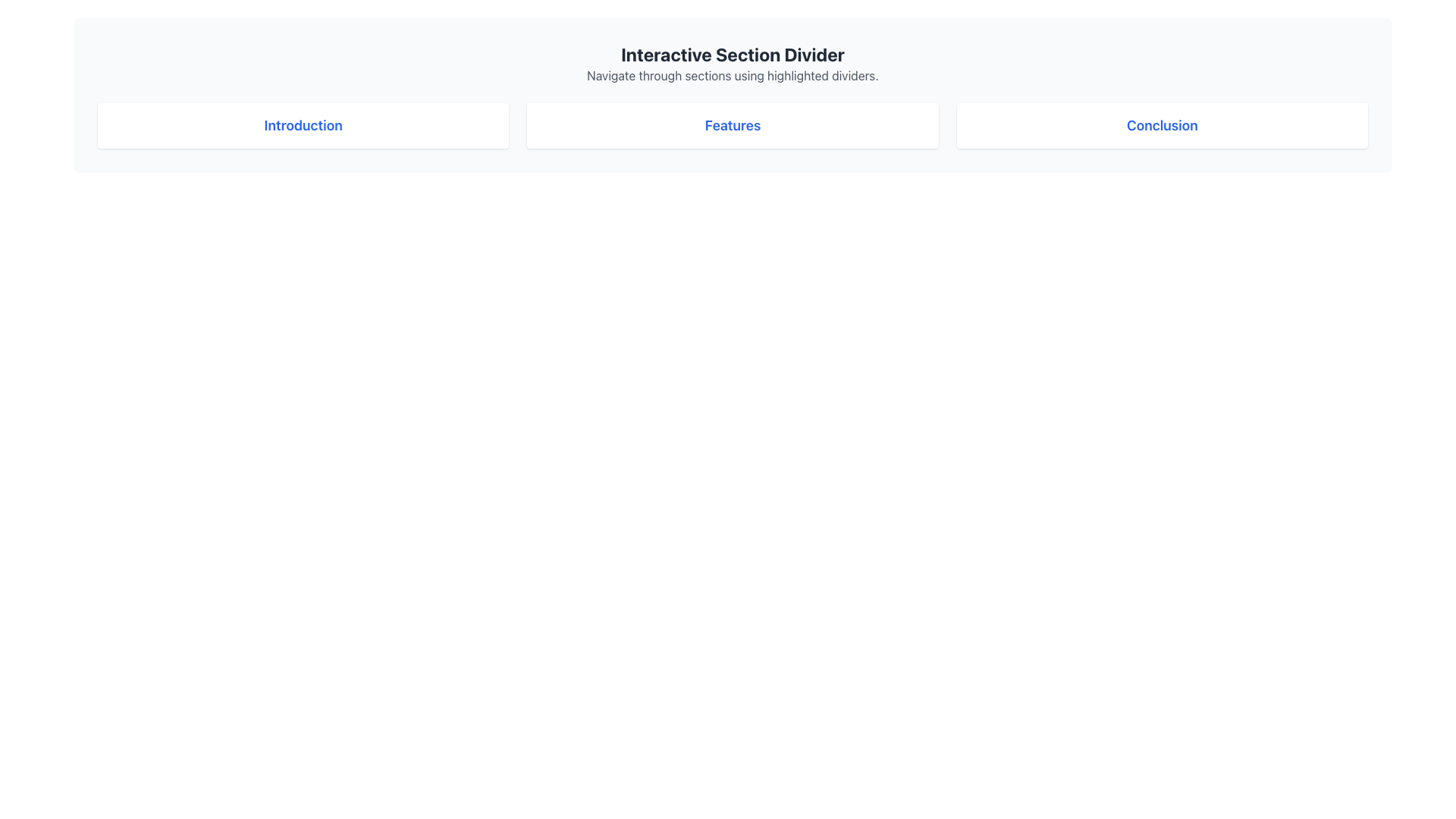 The height and width of the screenshot is (819, 1456). What do you see at coordinates (733, 124) in the screenshot?
I see `the 'Features' button, which has a white background, rounded corners, and blue bold text` at bounding box center [733, 124].